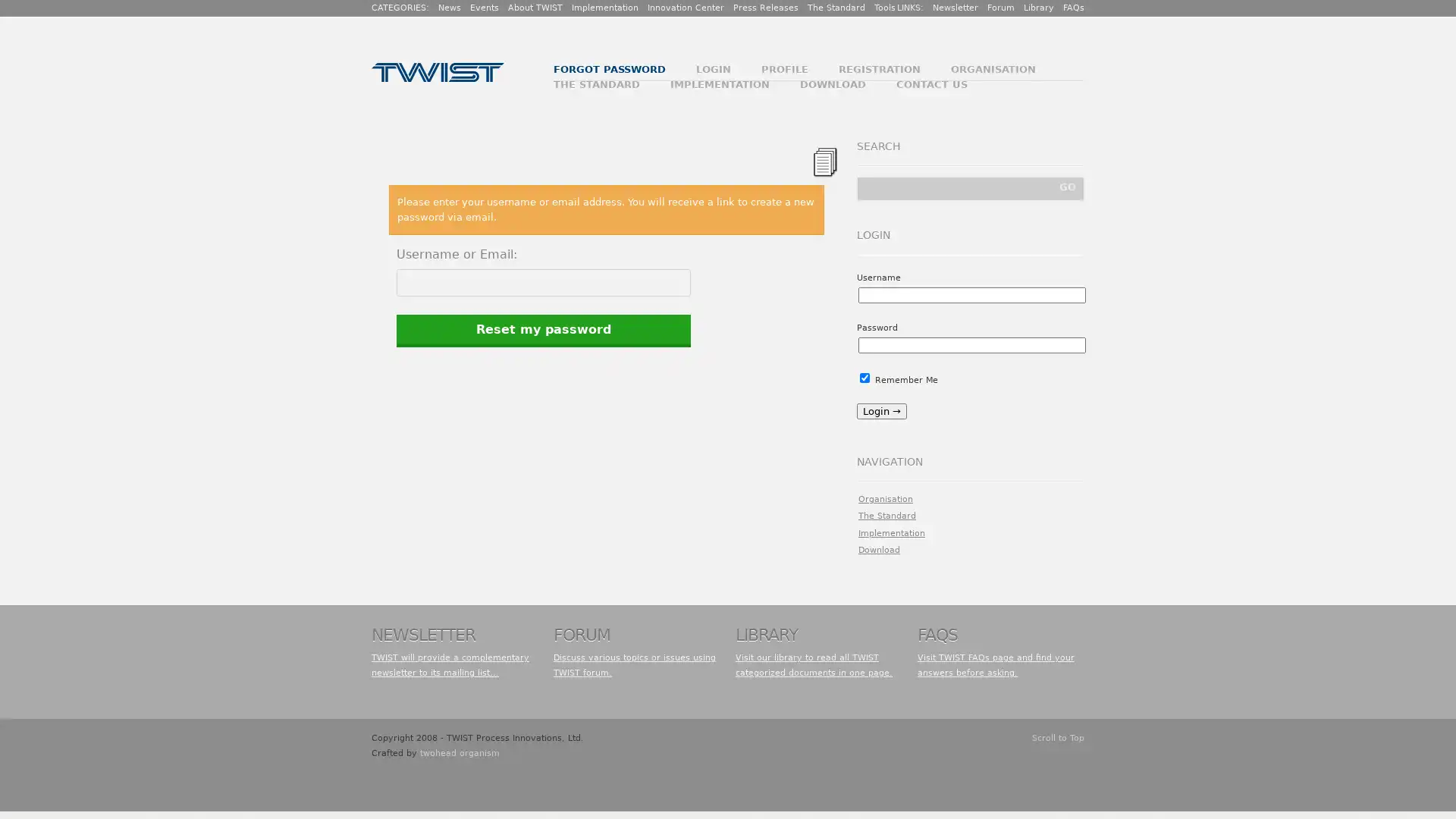 The height and width of the screenshot is (819, 1456). What do you see at coordinates (1066, 186) in the screenshot?
I see `GO` at bounding box center [1066, 186].